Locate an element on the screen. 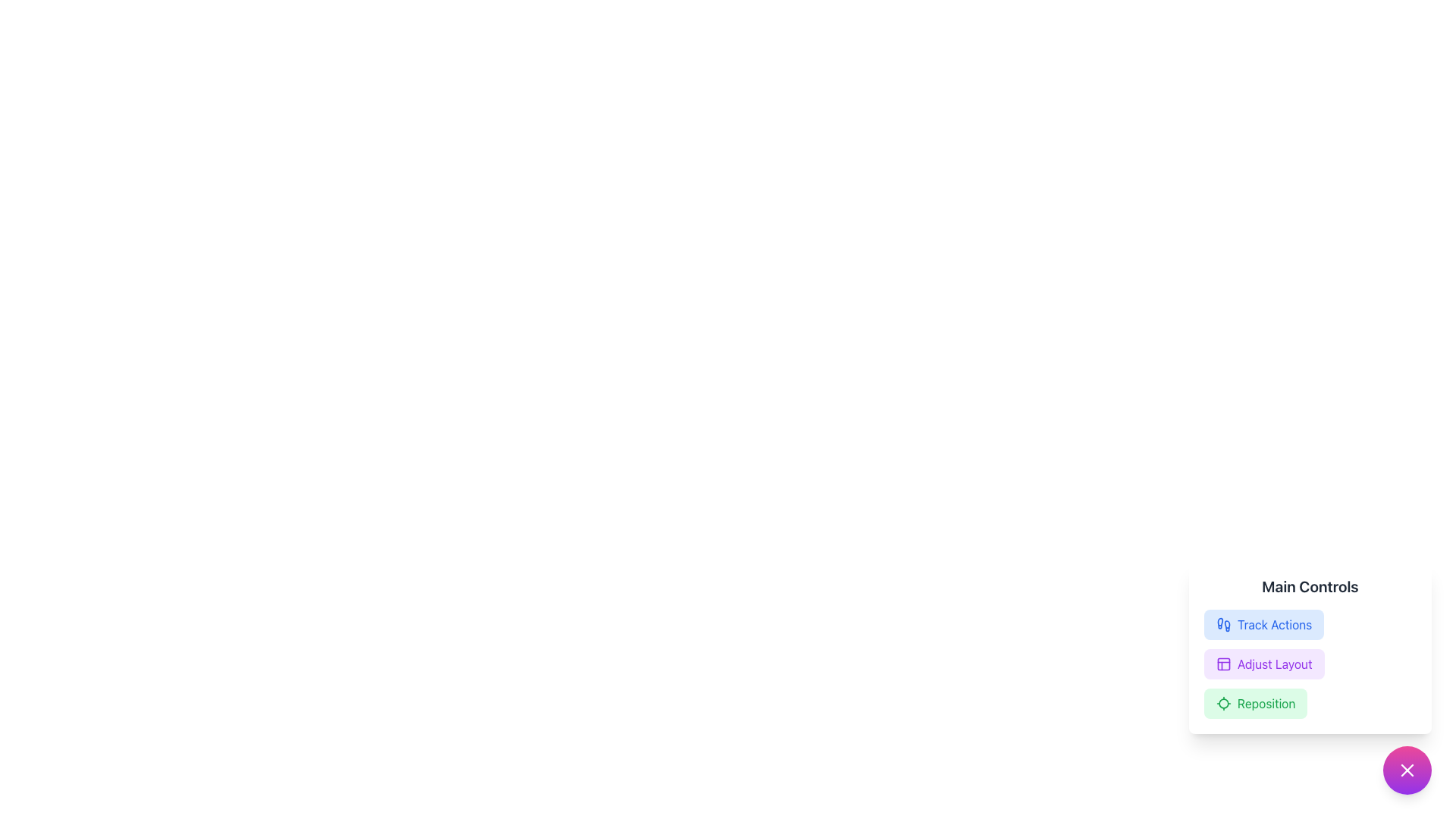  the close button located at the bottom-right of the 'Main Controls' panel is located at coordinates (1407, 770).